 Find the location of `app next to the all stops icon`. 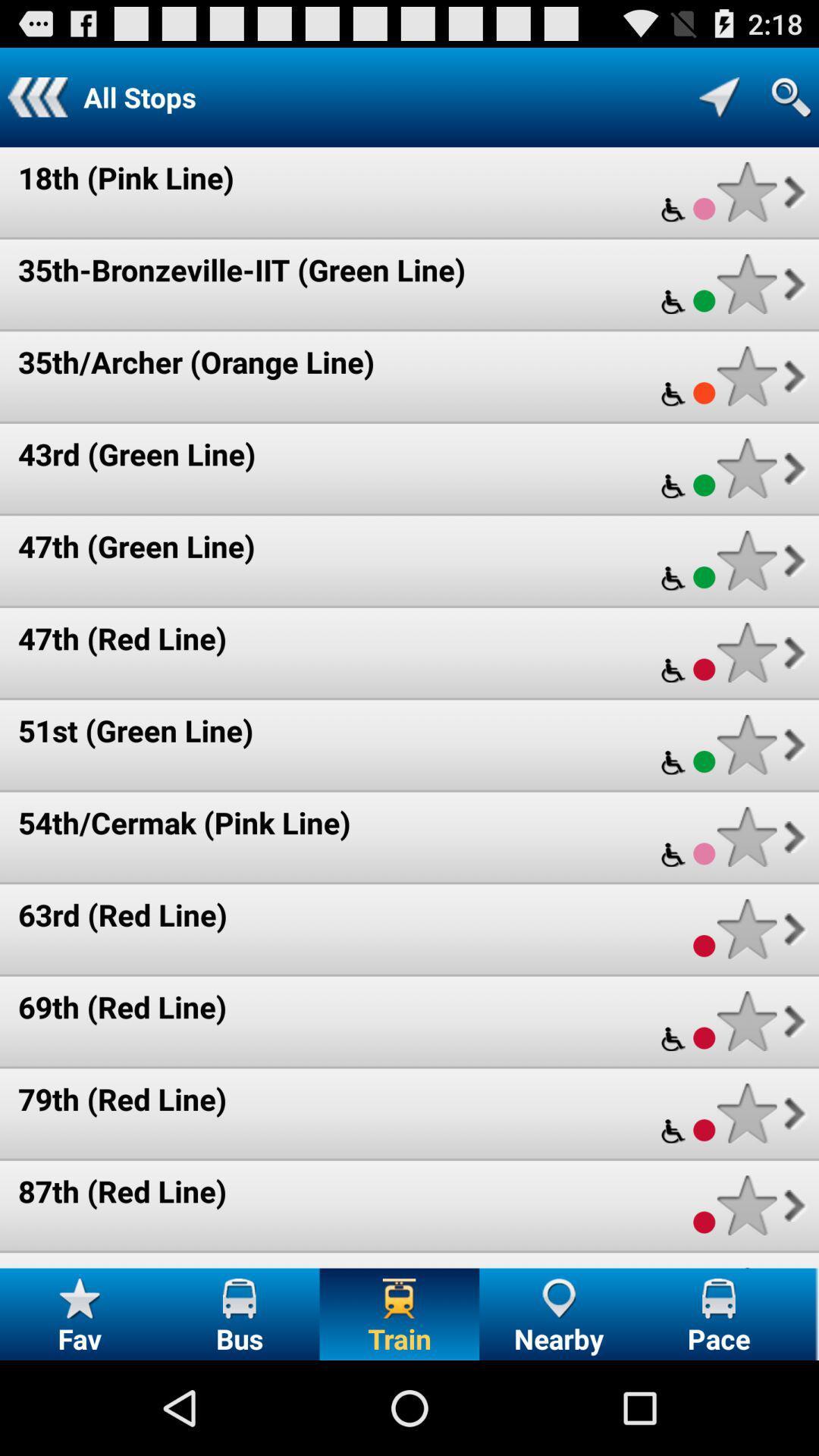

app next to the all stops icon is located at coordinates (36, 96).